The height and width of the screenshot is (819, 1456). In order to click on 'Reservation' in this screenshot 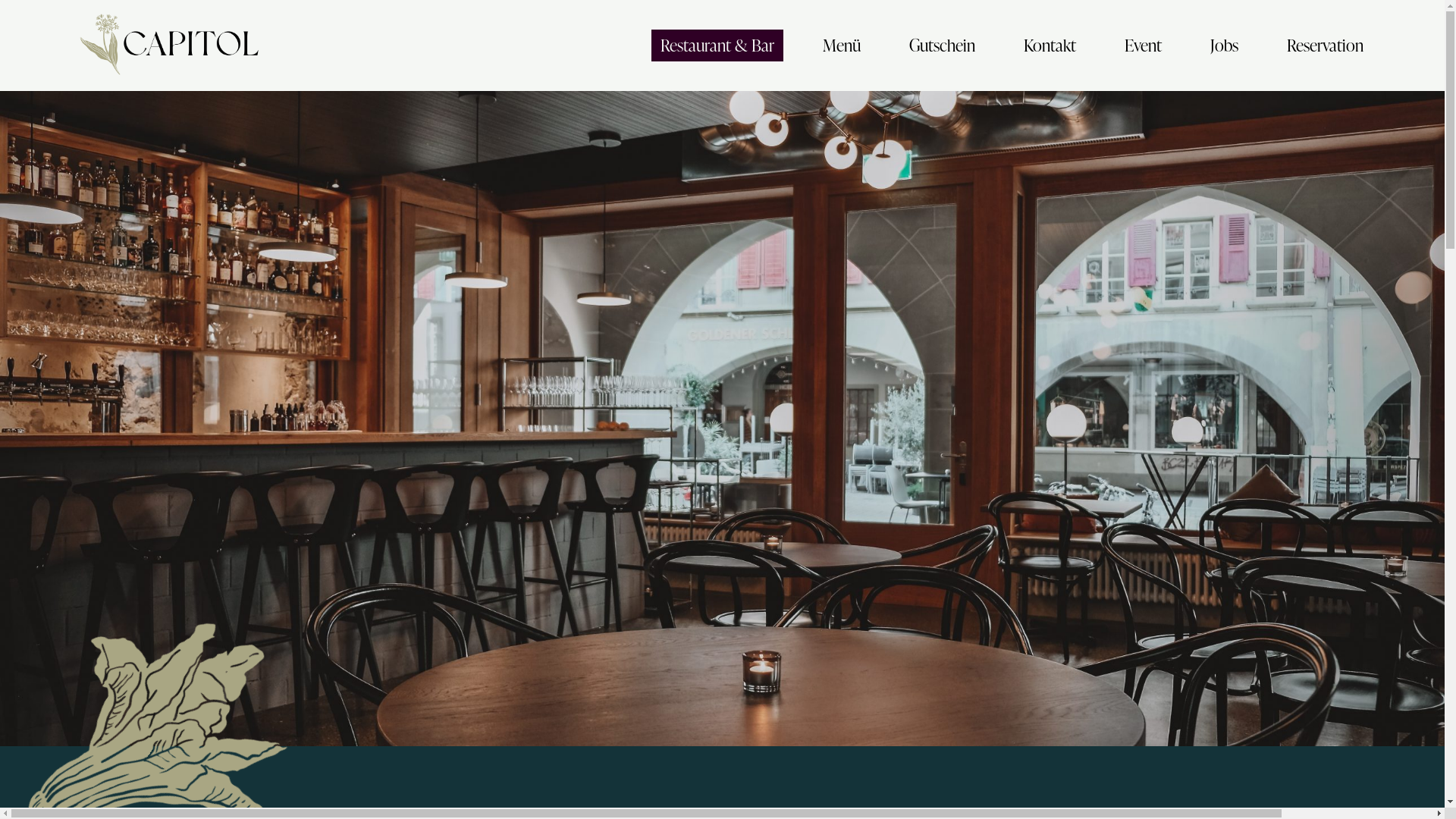, I will do `click(1324, 45)`.